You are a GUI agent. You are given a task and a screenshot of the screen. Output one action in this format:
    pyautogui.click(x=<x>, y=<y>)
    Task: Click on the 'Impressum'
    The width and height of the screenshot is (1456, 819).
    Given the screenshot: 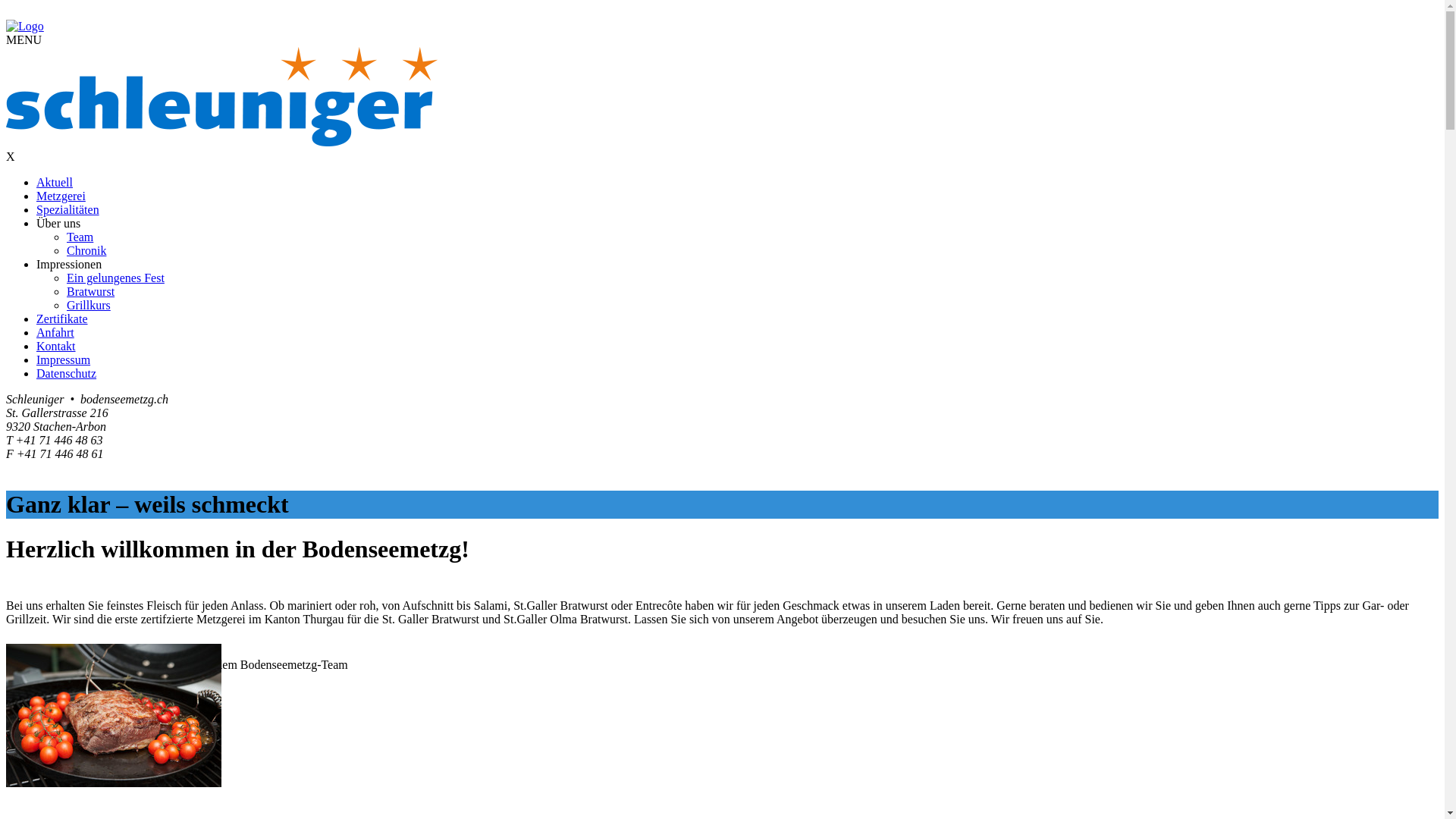 What is the action you would take?
    pyautogui.click(x=62, y=359)
    